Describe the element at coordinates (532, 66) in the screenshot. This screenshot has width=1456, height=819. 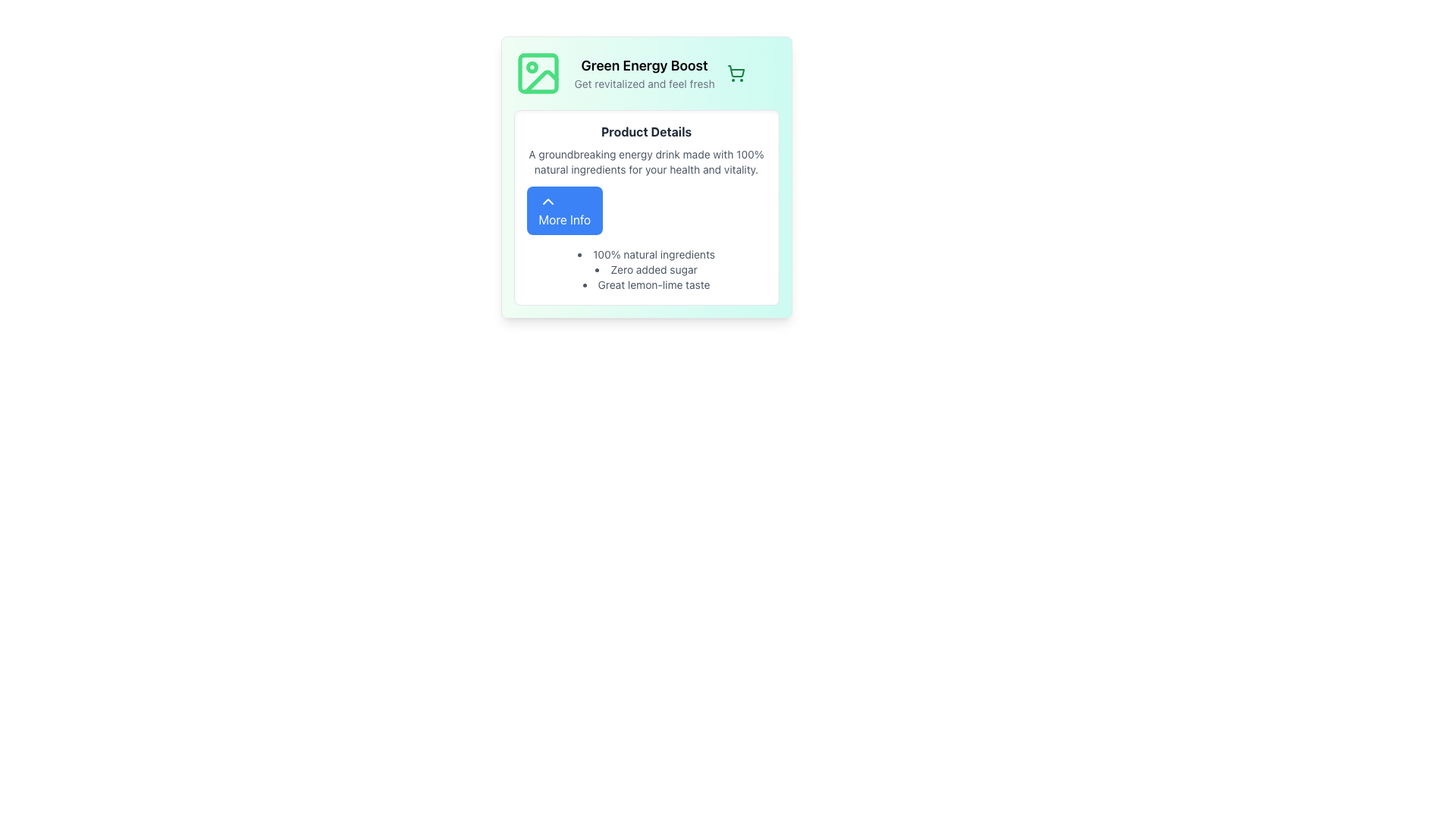
I see `the circular shape located in the top-left corner of the product information card, above the header 'Green Energy Boost'` at that location.